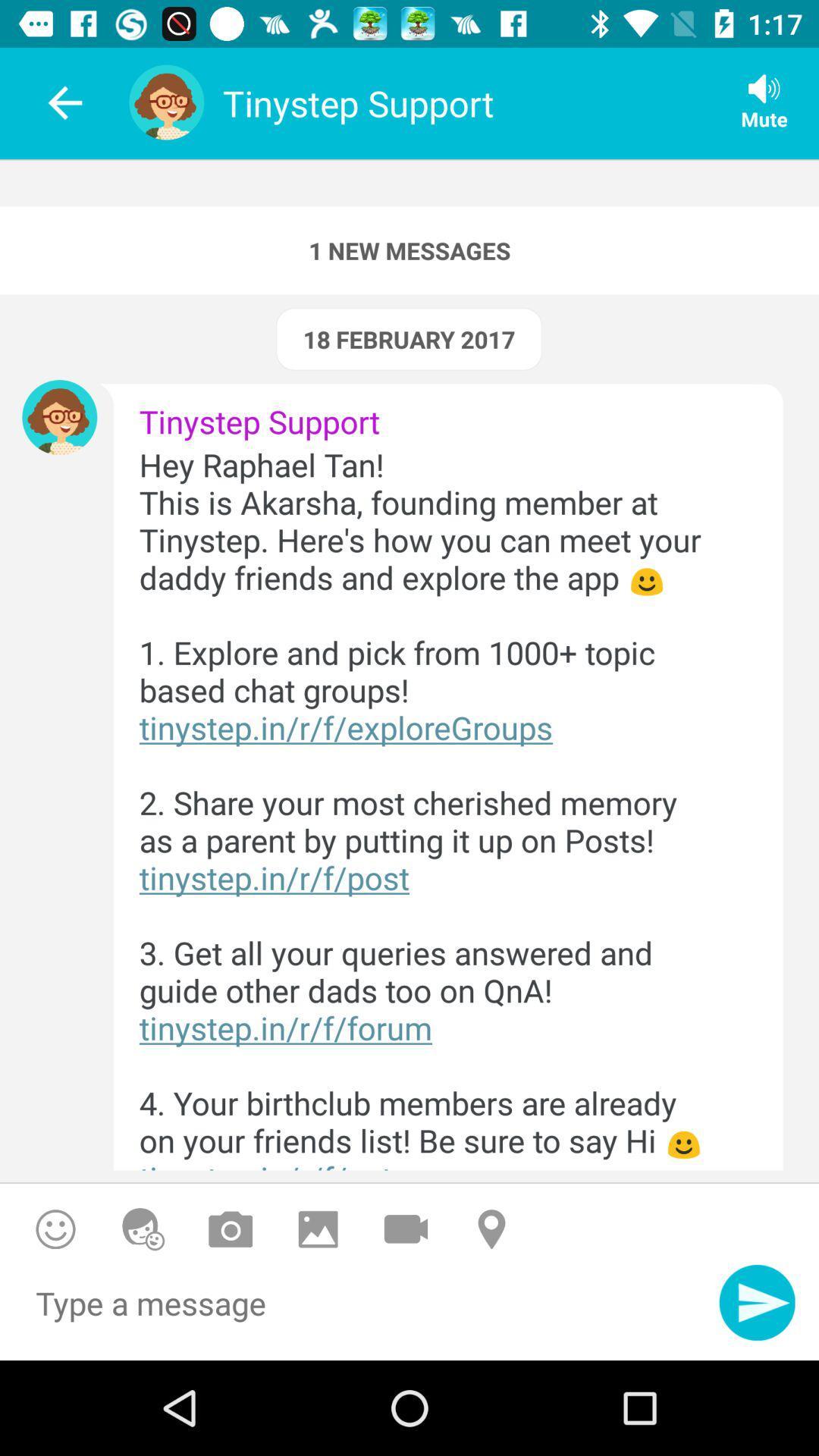 This screenshot has height=1456, width=819. I want to click on picture from your photo album, so click(318, 1229).